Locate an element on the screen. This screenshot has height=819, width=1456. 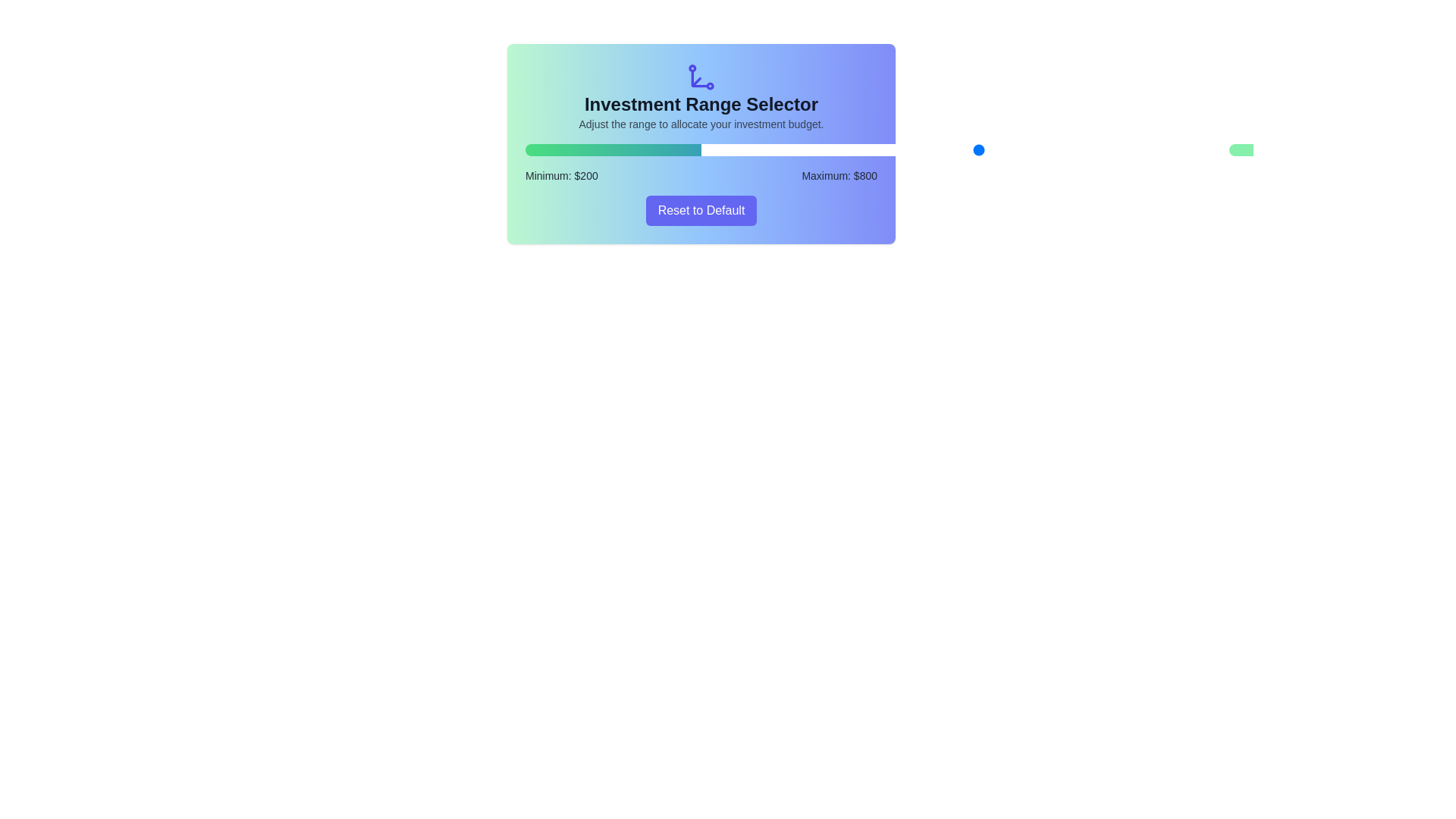
the maximum investment range to 794 by dragging the right slider is located at coordinates (1049, 149).